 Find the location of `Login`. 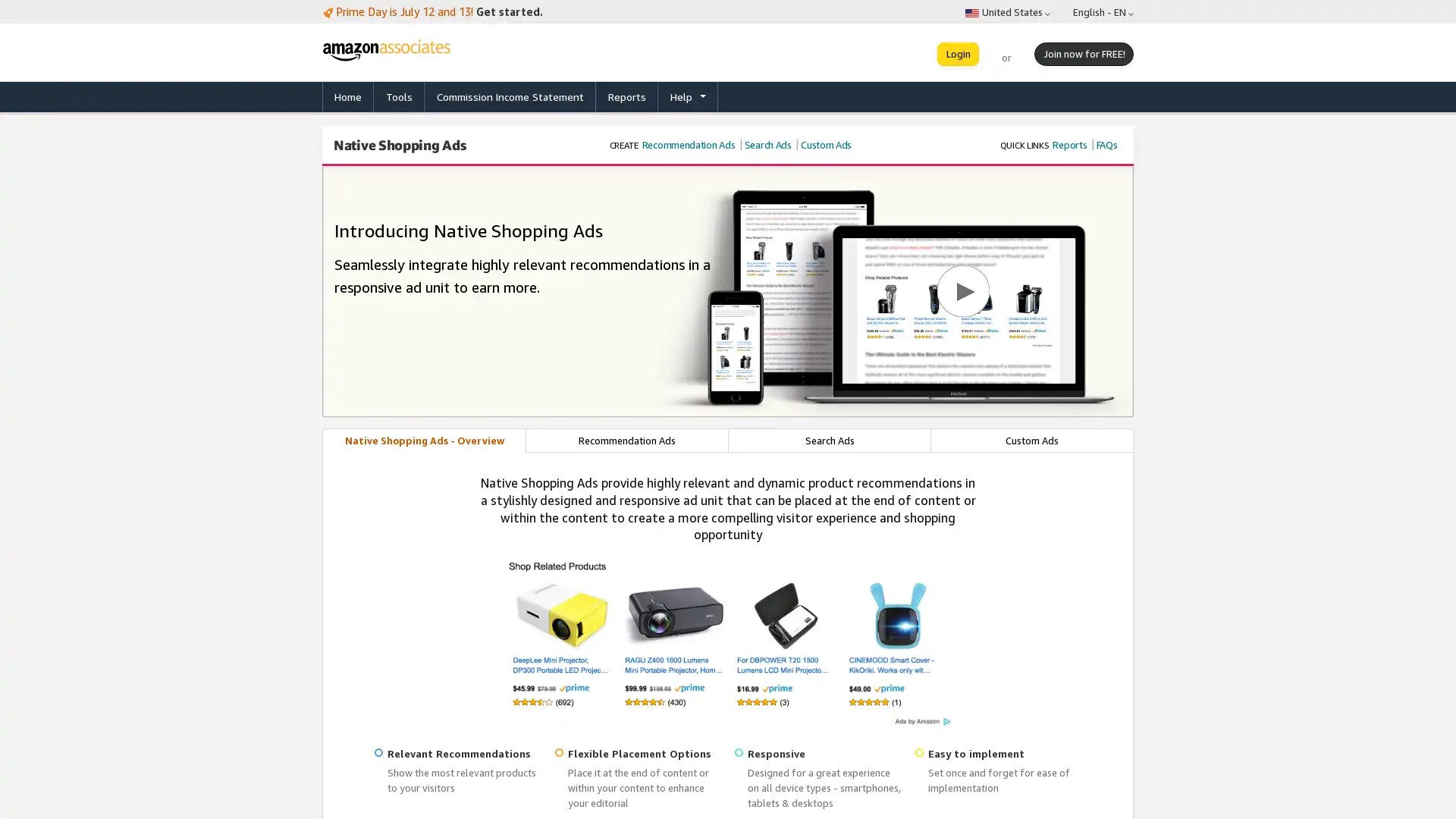

Login is located at coordinates (957, 53).